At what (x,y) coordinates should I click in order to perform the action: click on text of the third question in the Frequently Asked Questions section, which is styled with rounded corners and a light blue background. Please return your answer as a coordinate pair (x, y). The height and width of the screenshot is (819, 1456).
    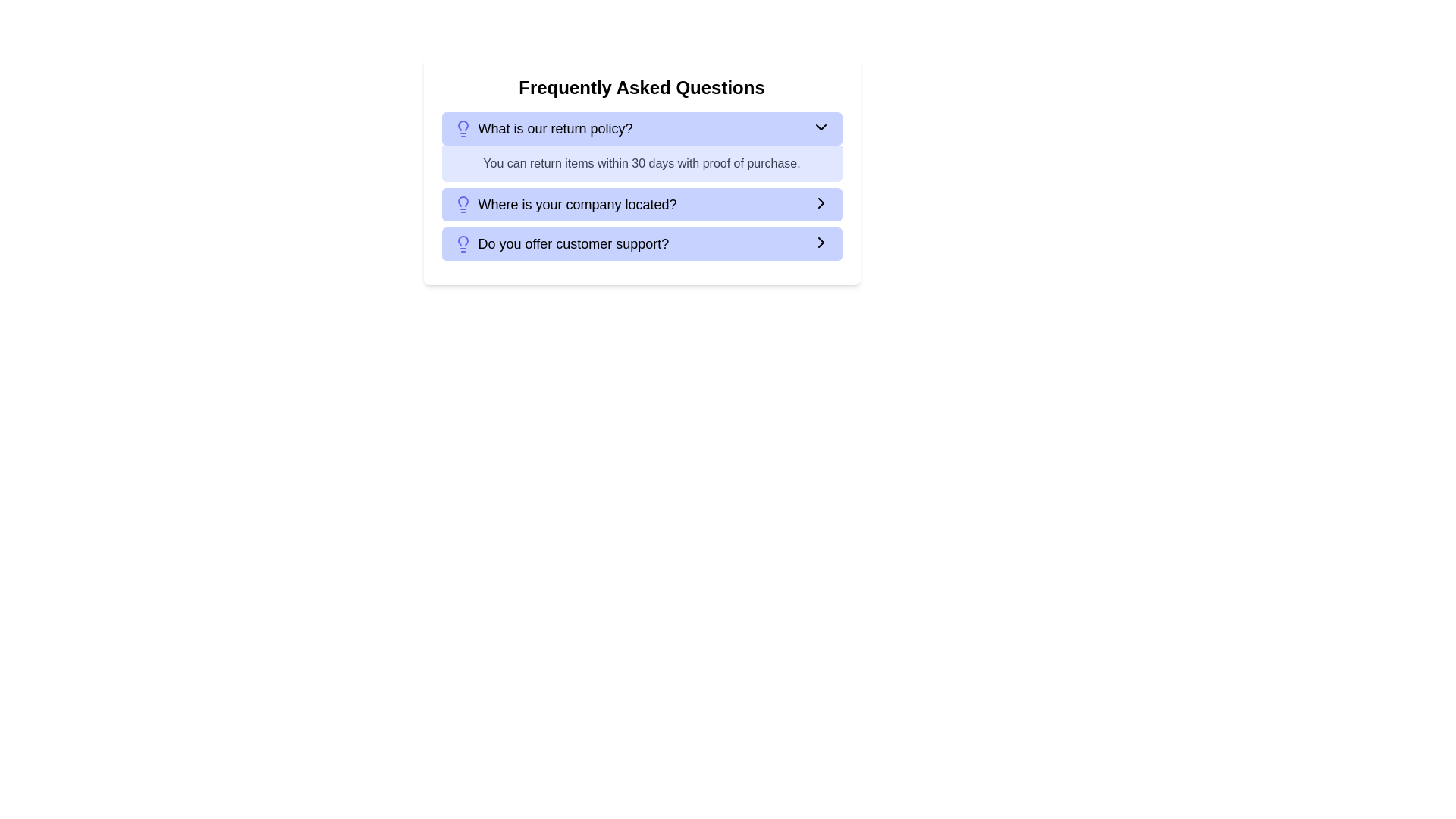
    Looking at the image, I should click on (560, 243).